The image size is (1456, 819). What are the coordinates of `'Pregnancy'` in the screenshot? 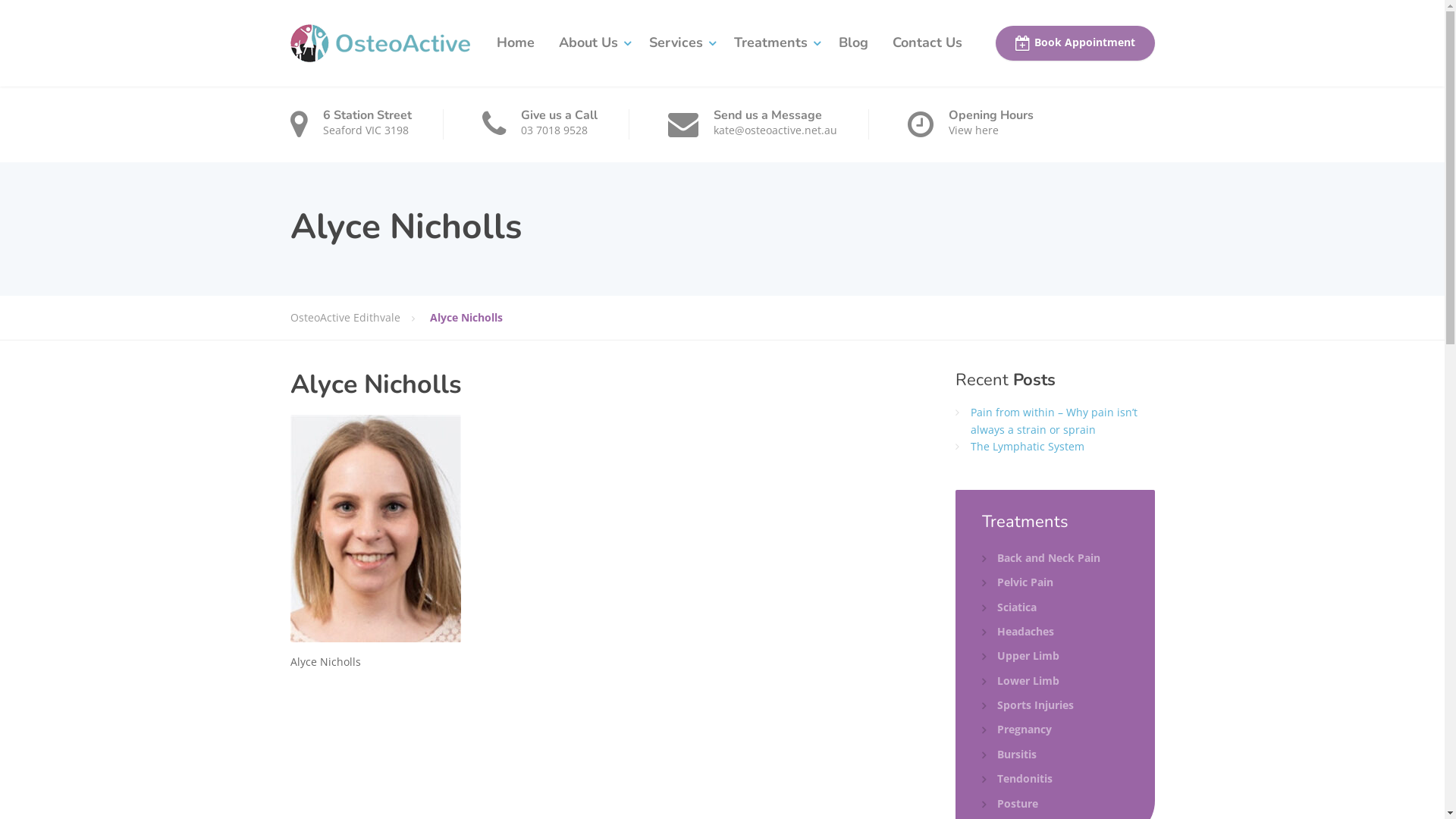 It's located at (1016, 728).